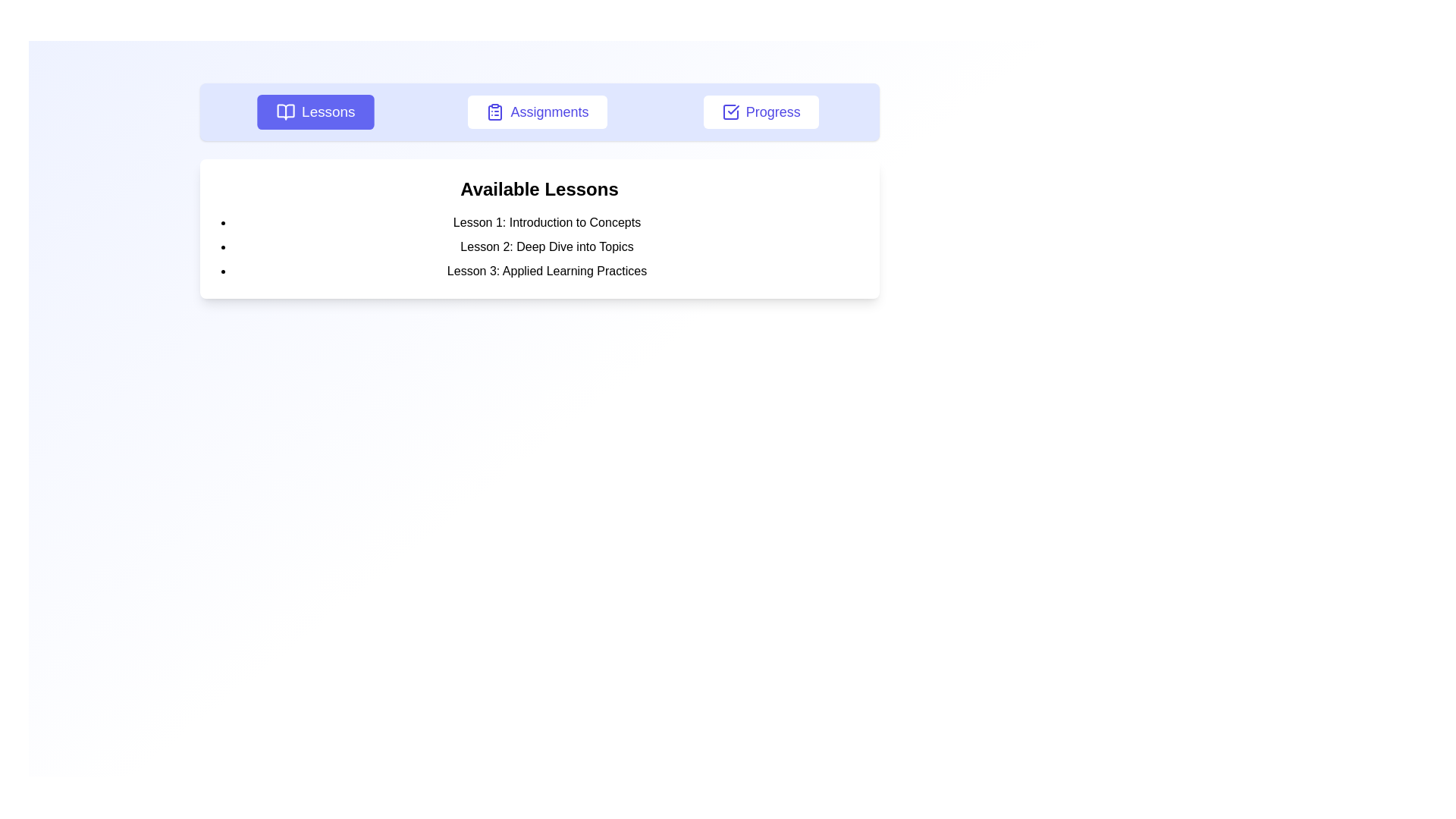  I want to click on the checkmark icon located within the 'Progress' button in the header area of the interface, so click(733, 109).